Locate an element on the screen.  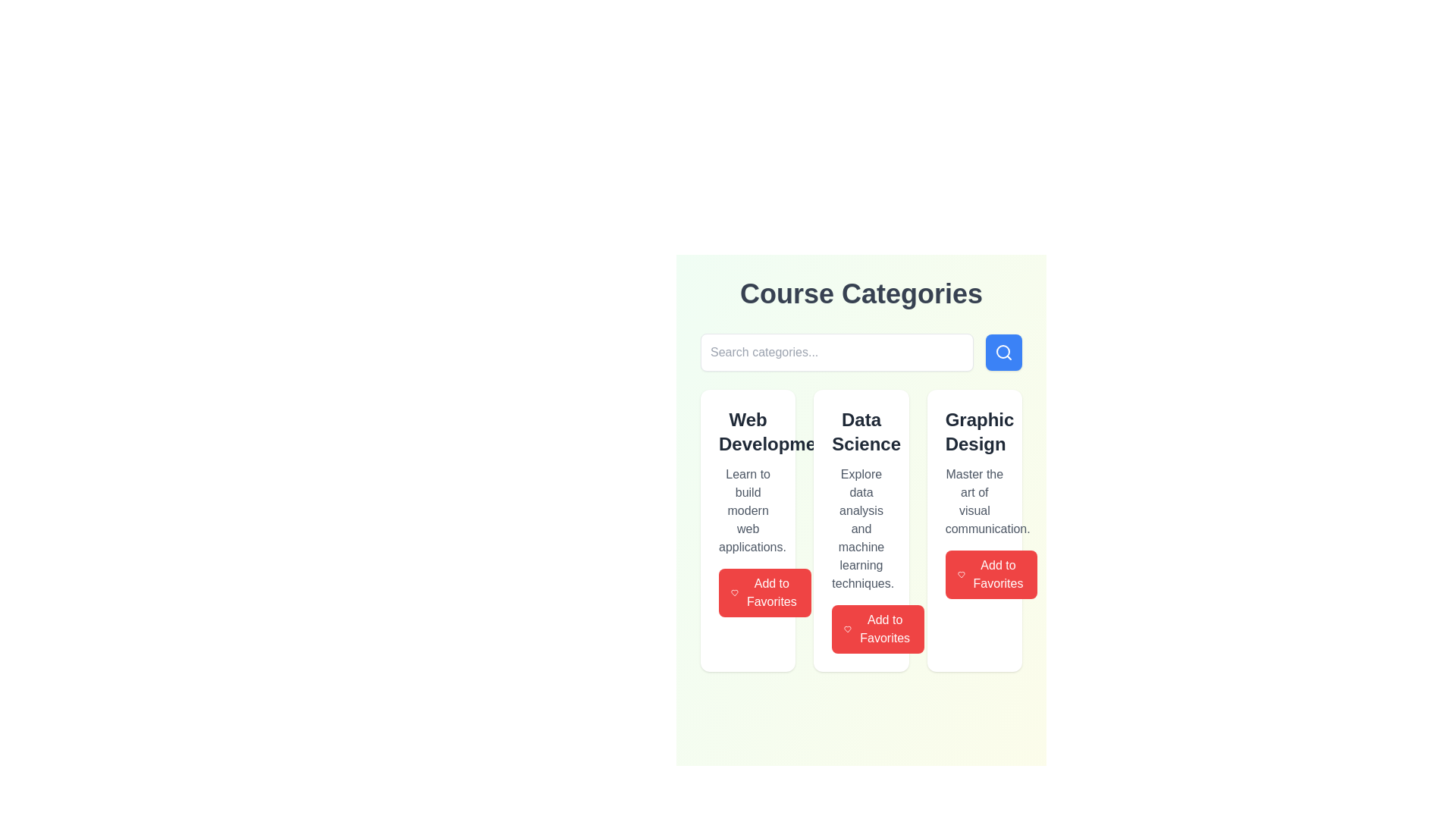
the educational card titled 'Web Development' in the 'Course Categories' section, which is the first card in the grid layout is located at coordinates (748, 529).